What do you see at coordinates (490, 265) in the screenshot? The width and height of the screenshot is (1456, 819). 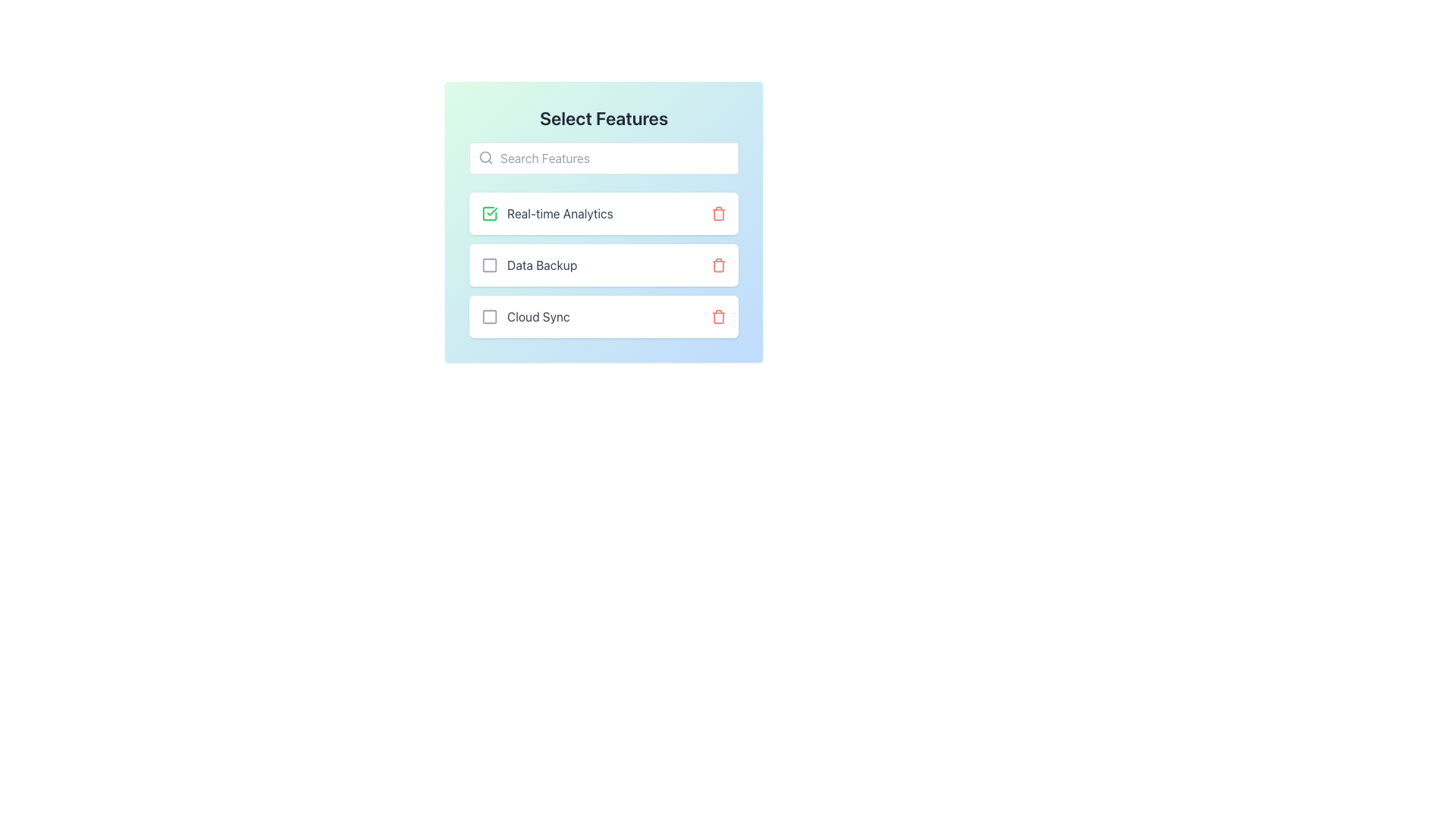 I see `the square-shaped checkbox icon` at bounding box center [490, 265].